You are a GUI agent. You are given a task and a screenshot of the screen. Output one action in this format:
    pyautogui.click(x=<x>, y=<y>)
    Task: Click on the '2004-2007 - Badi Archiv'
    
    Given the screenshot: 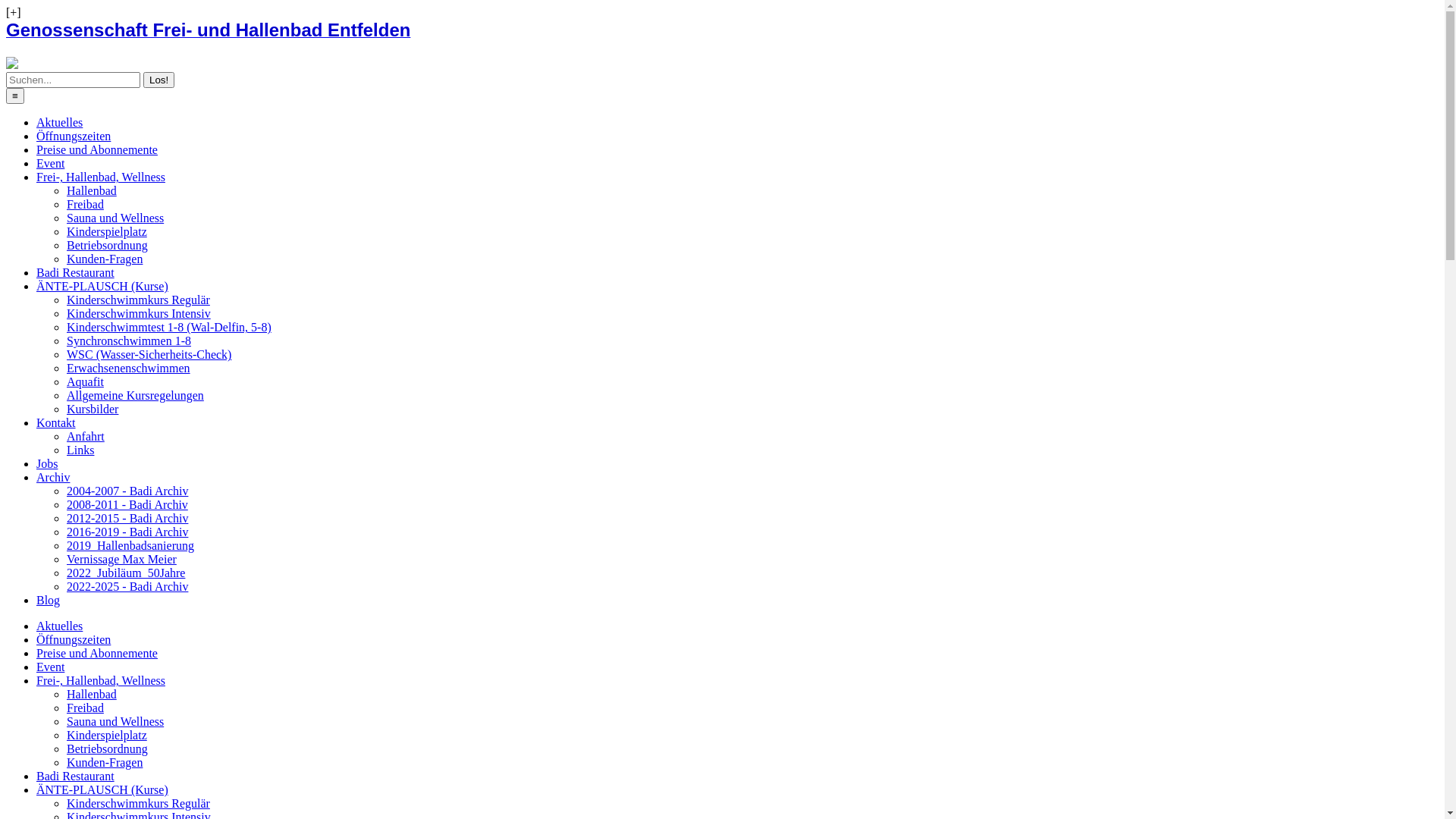 What is the action you would take?
    pyautogui.click(x=65, y=491)
    